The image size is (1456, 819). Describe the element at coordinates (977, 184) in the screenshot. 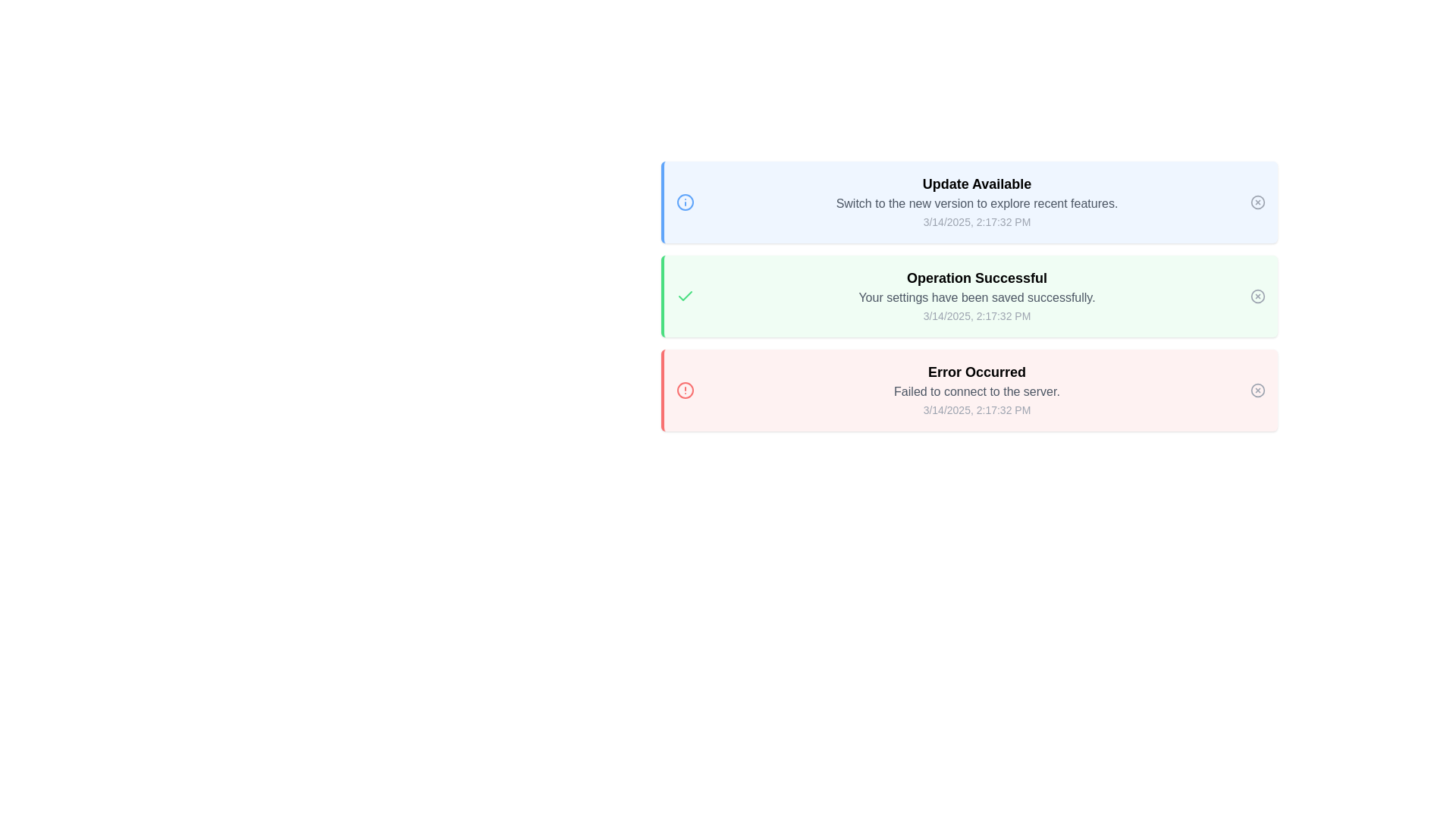

I see `the Text Label that serves as the header for the message panel, positioned at the top of the panel above the description text and timestamp` at that location.